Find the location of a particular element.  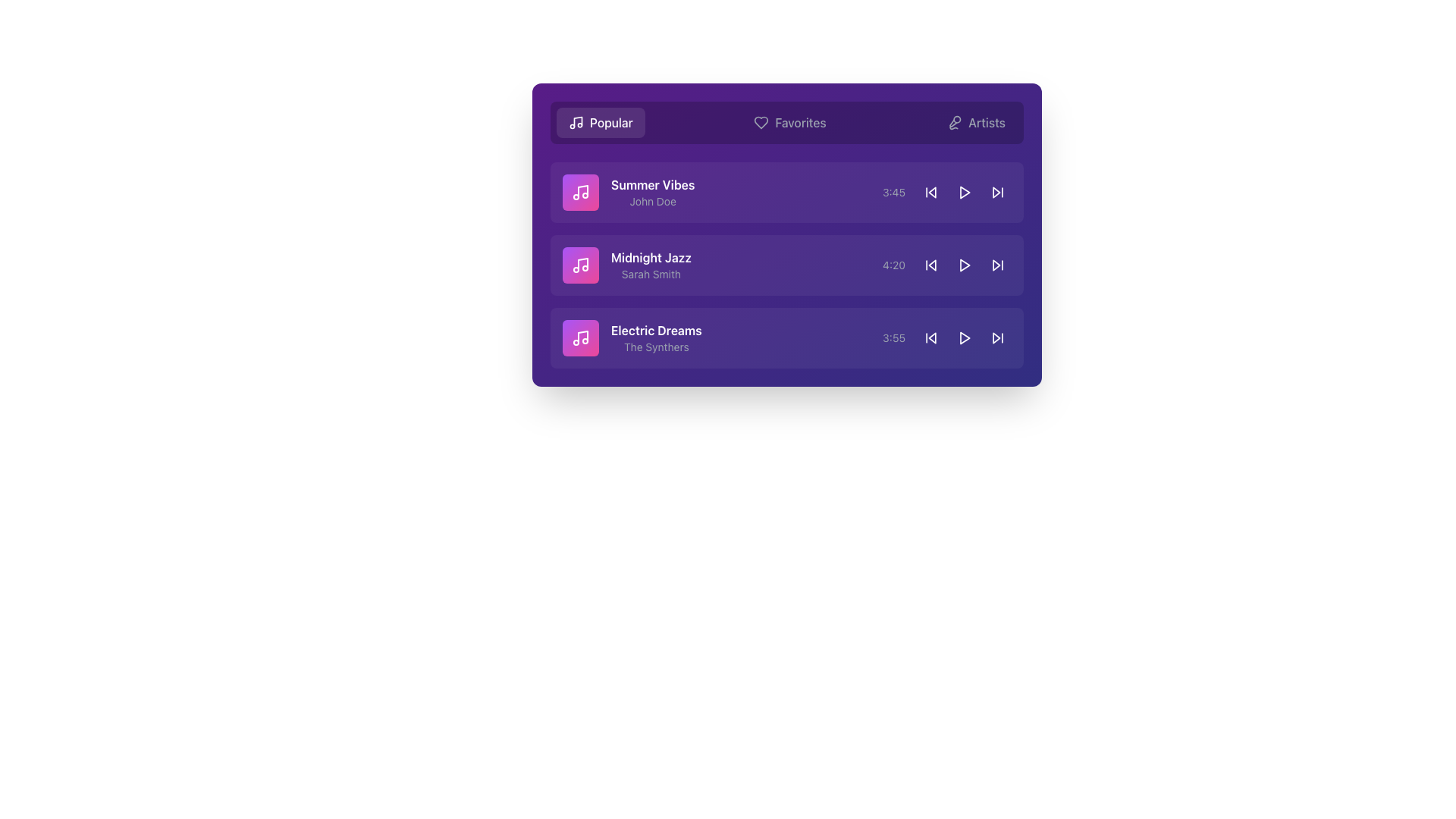

the Icon Button located beside the timestamp '3:45' in the first music list item titled 'Summer Vibes' is located at coordinates (930, 192).